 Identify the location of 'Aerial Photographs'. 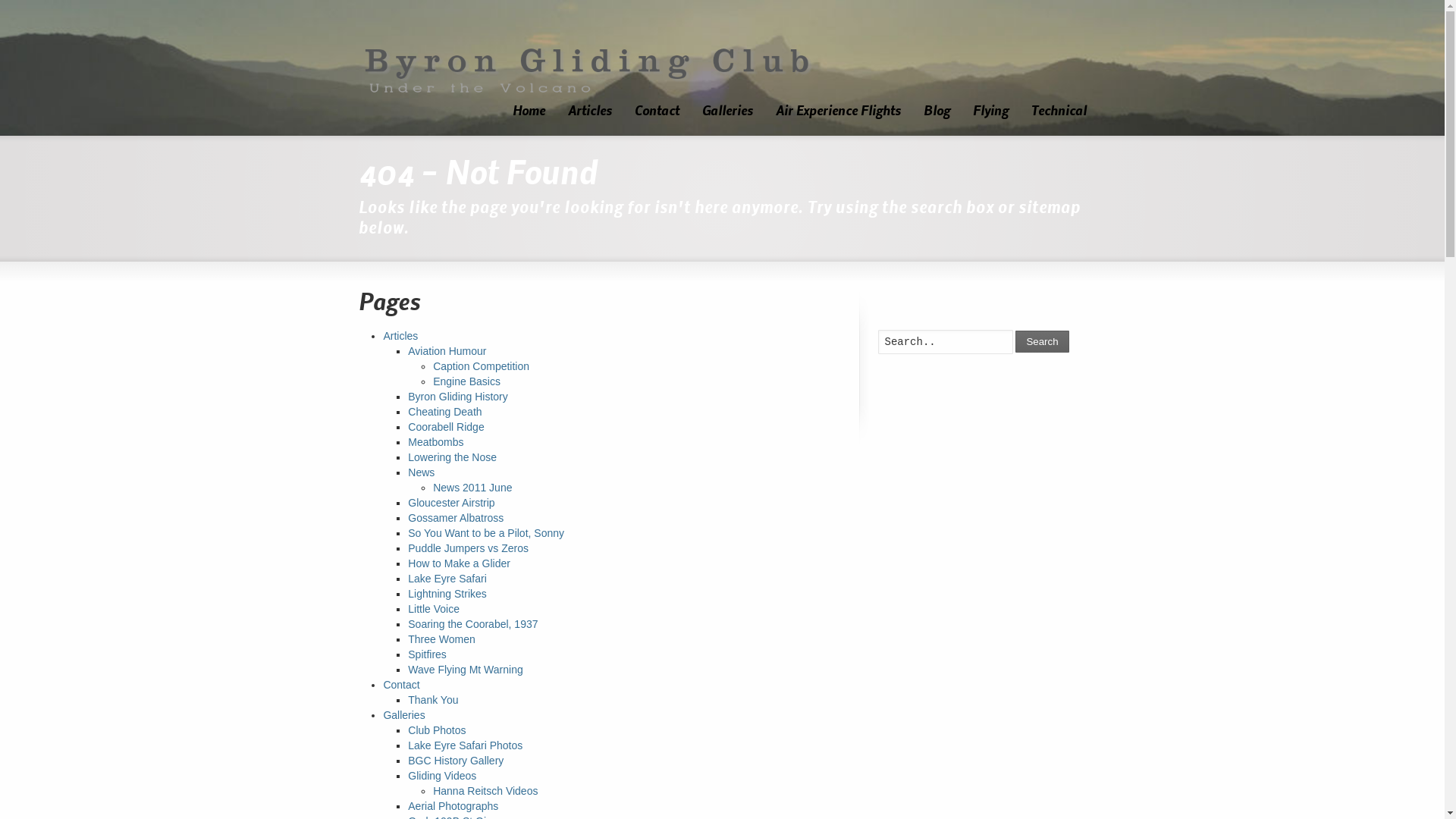
(407, 805).